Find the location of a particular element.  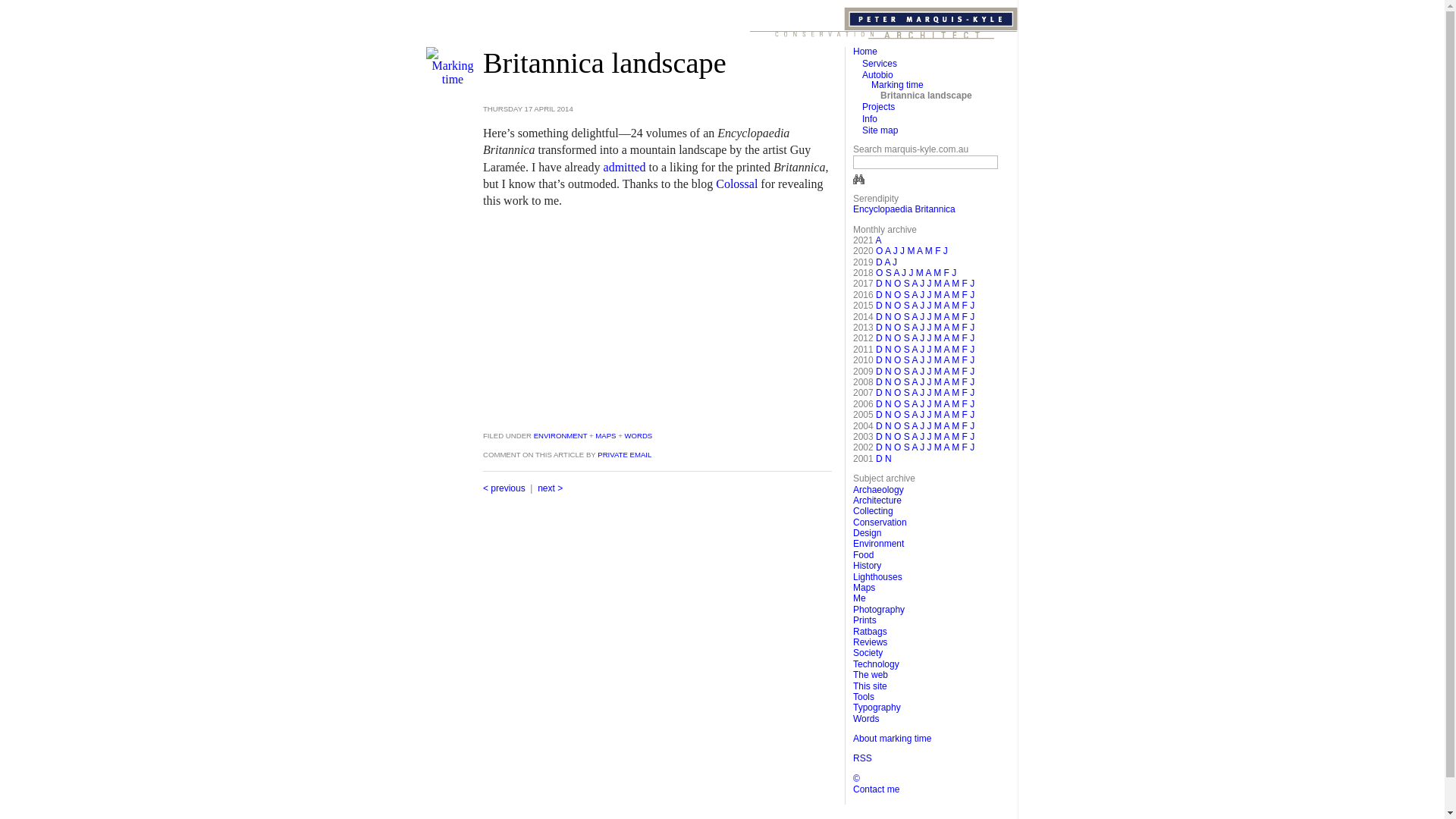

'Reviews' is located at coordinates (870, 642).